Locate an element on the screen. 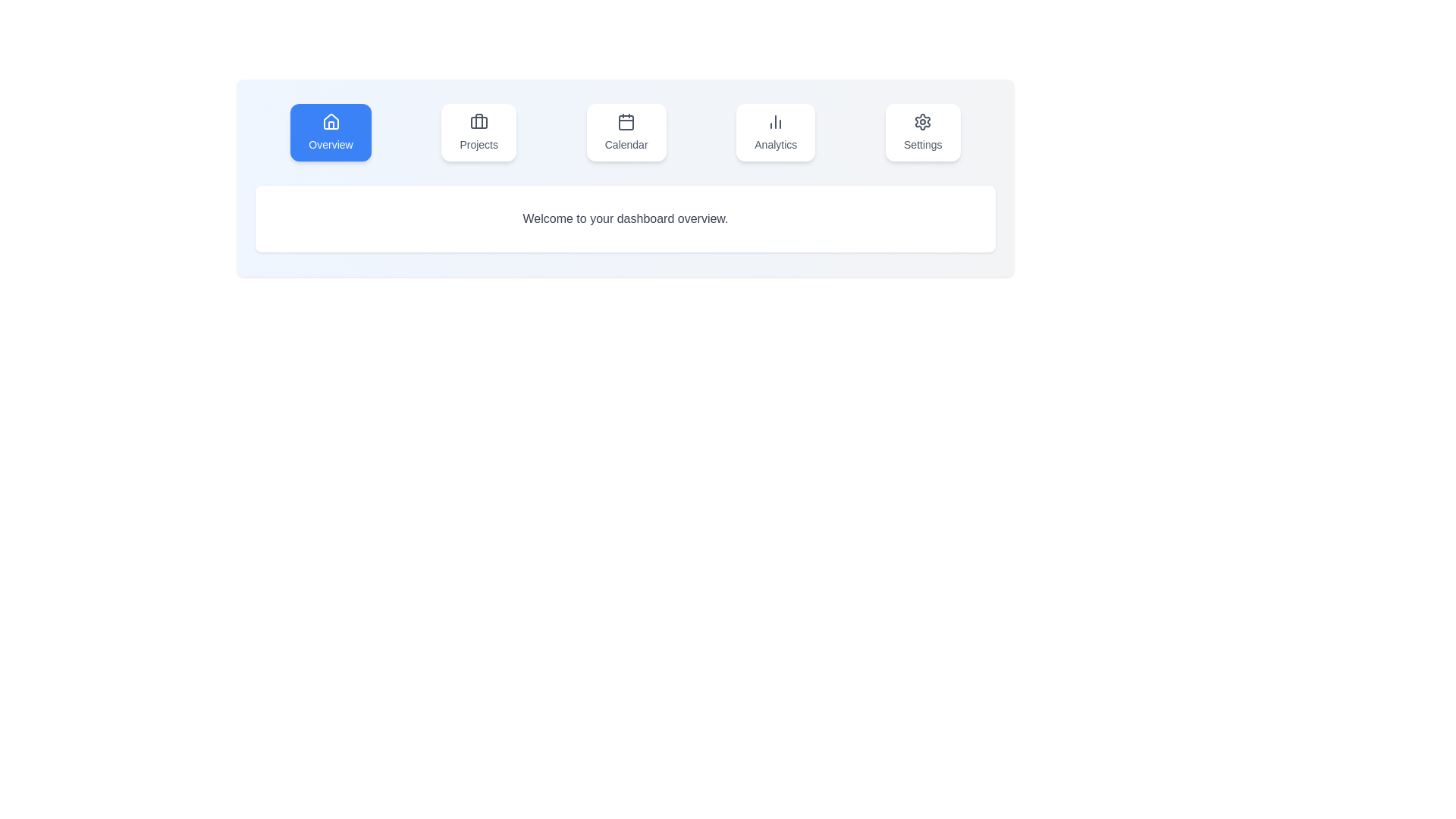 This screenshot has height=819, width=1456. the text label that serves as a description for the calendar icon, positioned as the third element from the left in a row of similar items is located at coordinates (626, 145).